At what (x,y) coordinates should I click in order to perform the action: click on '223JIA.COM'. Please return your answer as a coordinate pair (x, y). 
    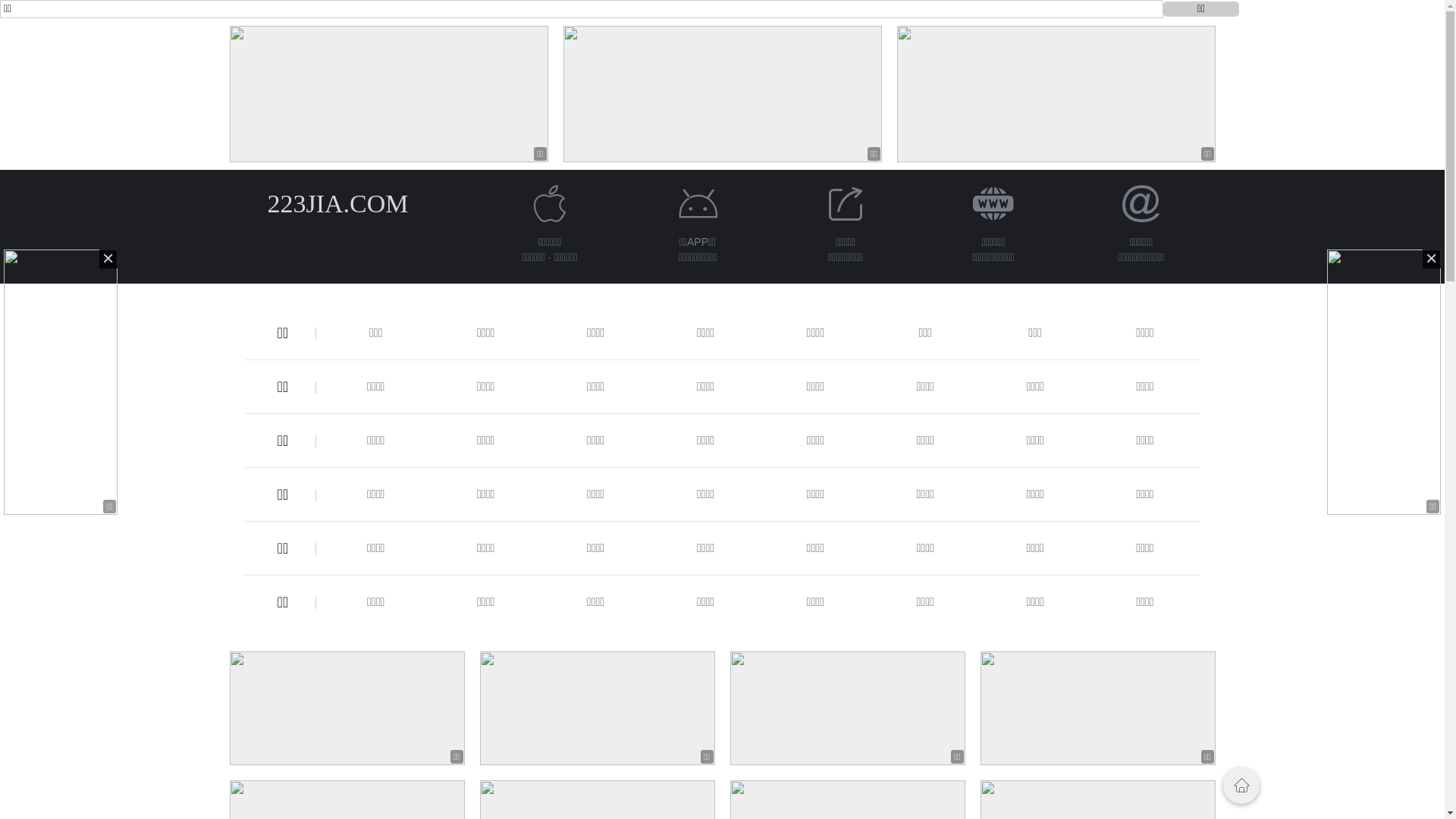
    Looking at the image, I should click on (337, 202).